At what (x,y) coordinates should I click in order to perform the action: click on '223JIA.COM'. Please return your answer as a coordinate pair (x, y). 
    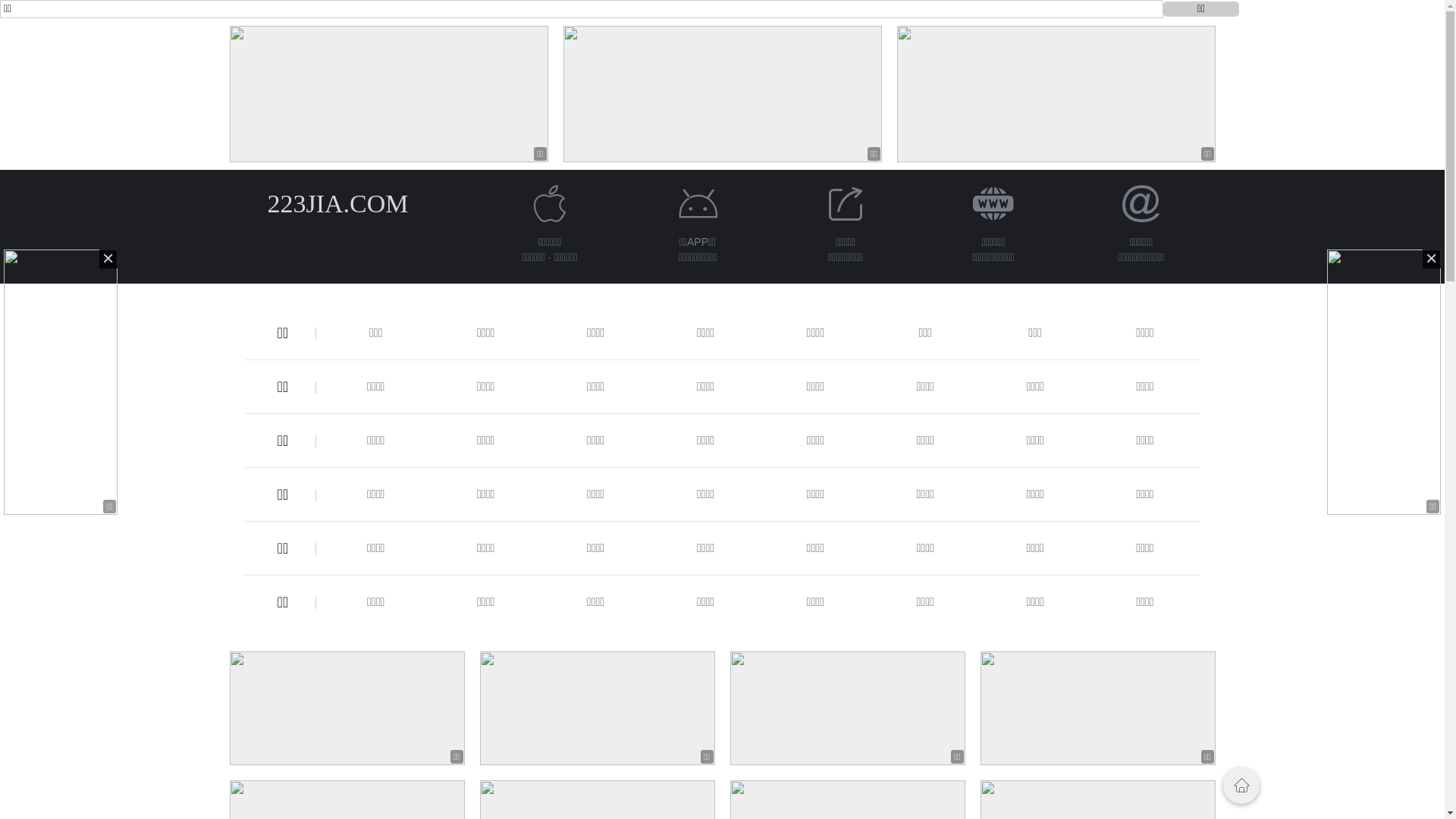
    Looking at the image, I should click on (337, 202).